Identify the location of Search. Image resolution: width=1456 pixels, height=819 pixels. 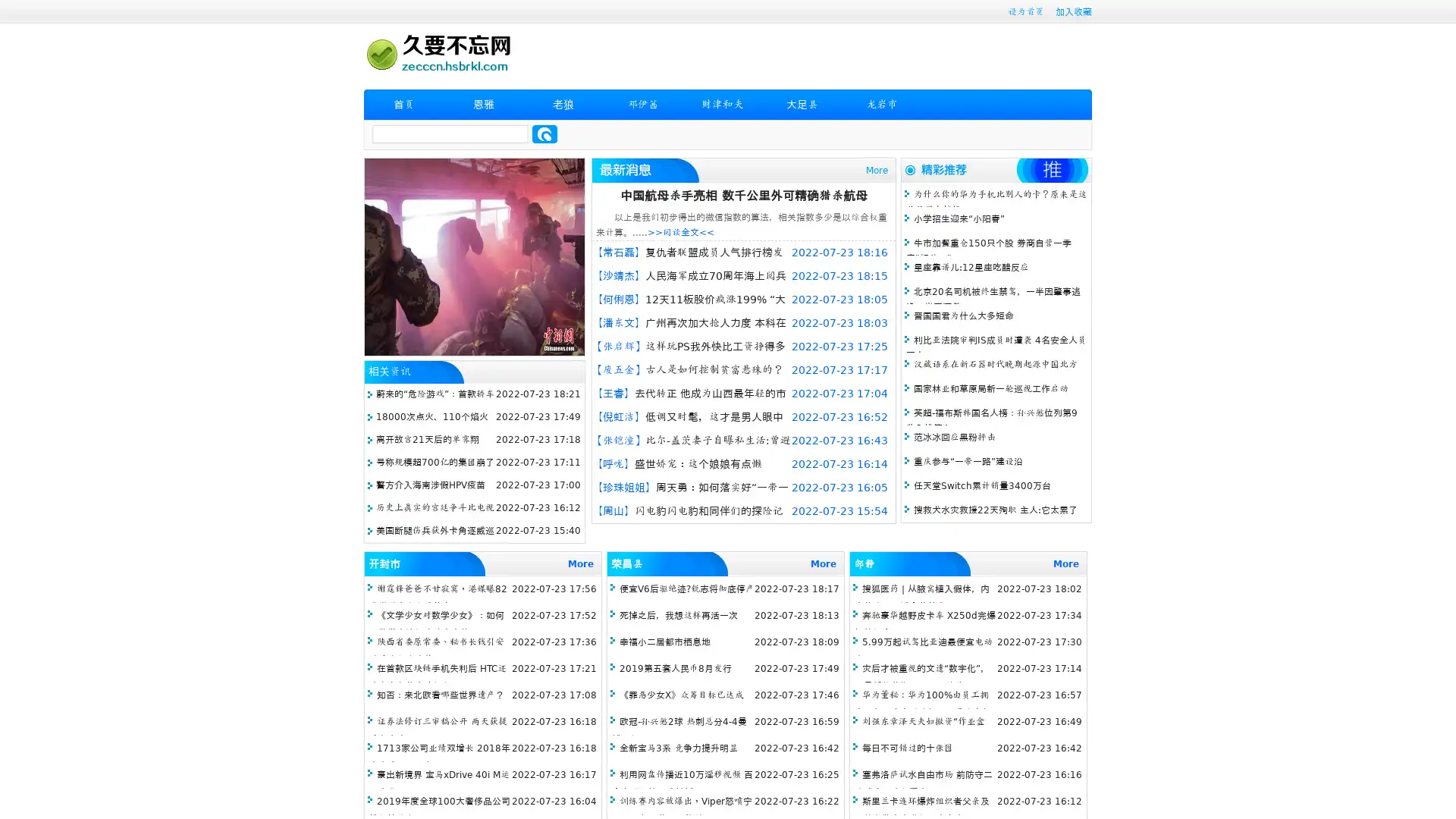
(544, 133).